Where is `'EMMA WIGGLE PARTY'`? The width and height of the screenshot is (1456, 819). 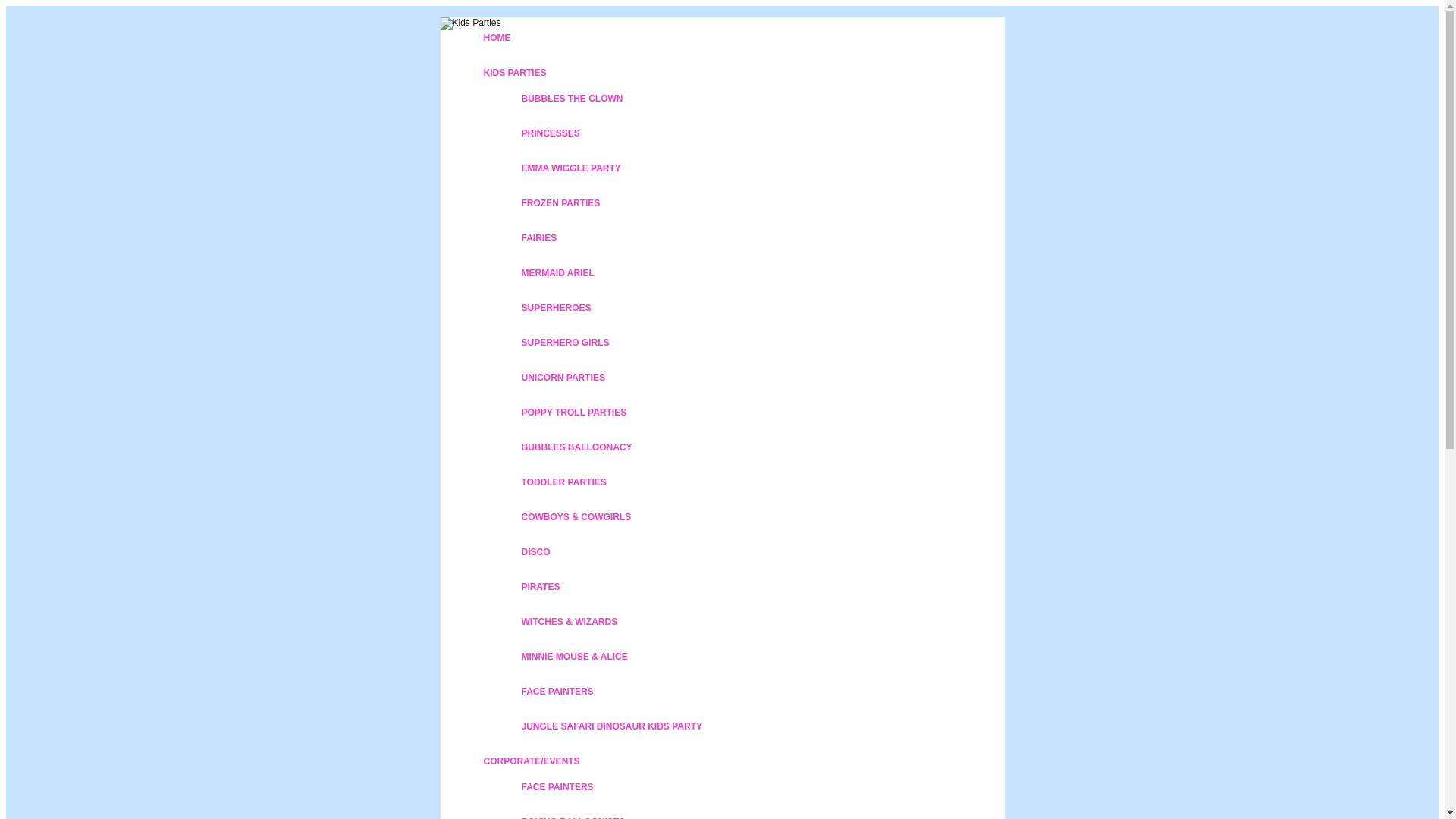 'EMMA WIGGLE PARTY' is located at coordinates (570, 168).